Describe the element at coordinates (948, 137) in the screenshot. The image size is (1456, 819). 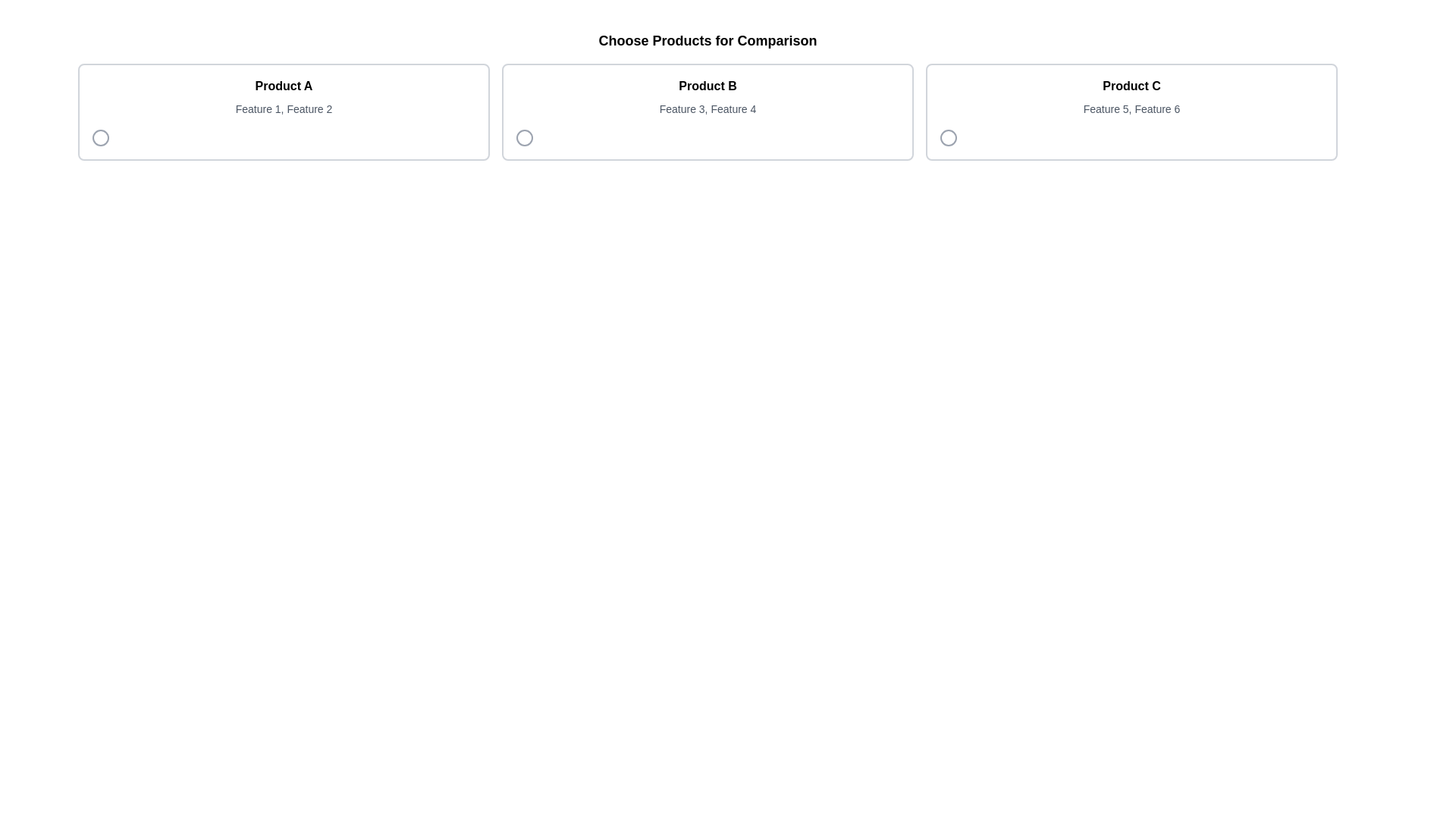
I see `the circular radio button located in the bottom-left corner of the card labeled 'Product C'` at that location.